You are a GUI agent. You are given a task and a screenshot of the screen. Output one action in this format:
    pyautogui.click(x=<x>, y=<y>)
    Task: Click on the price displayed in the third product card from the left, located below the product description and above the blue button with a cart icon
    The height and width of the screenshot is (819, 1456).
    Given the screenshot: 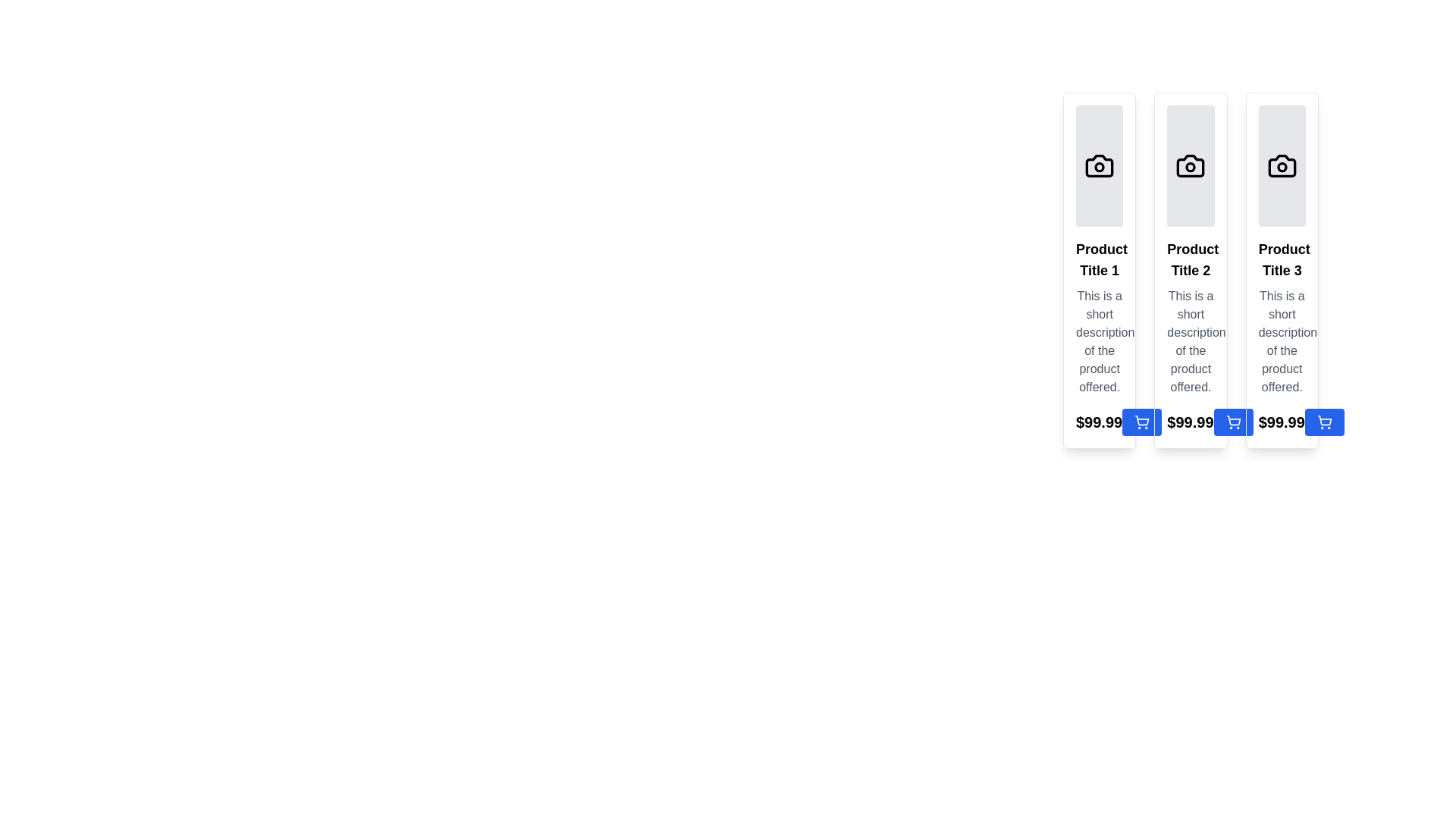 What is the action you would take?
    pyautogui.click(x=1281, y=422)
    